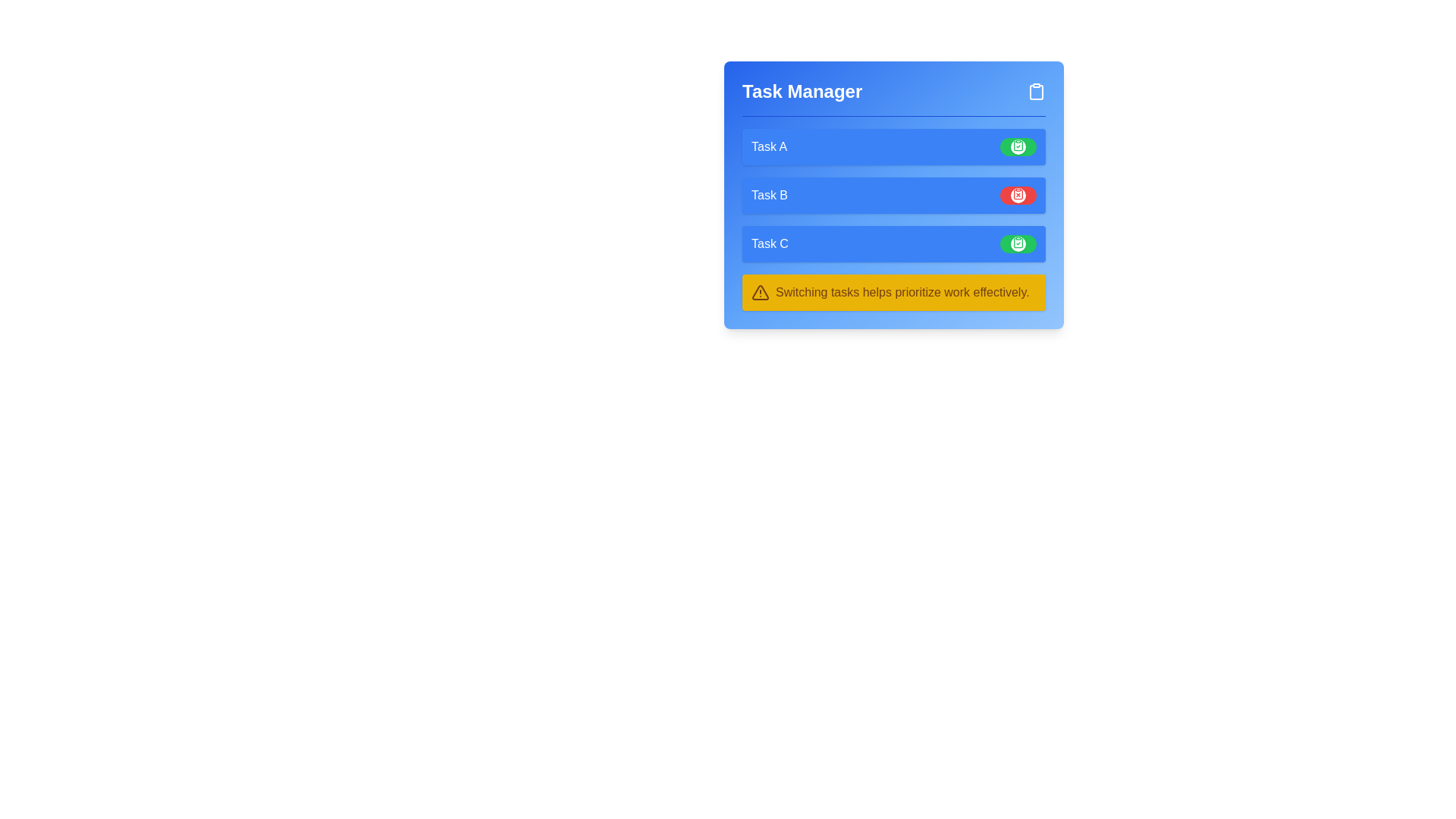  I want to click on the triangular warning icon located to the left of the 'Switching tasks helps prioritize work effectively.' message in the lower region of the interface, so click(761, 292).